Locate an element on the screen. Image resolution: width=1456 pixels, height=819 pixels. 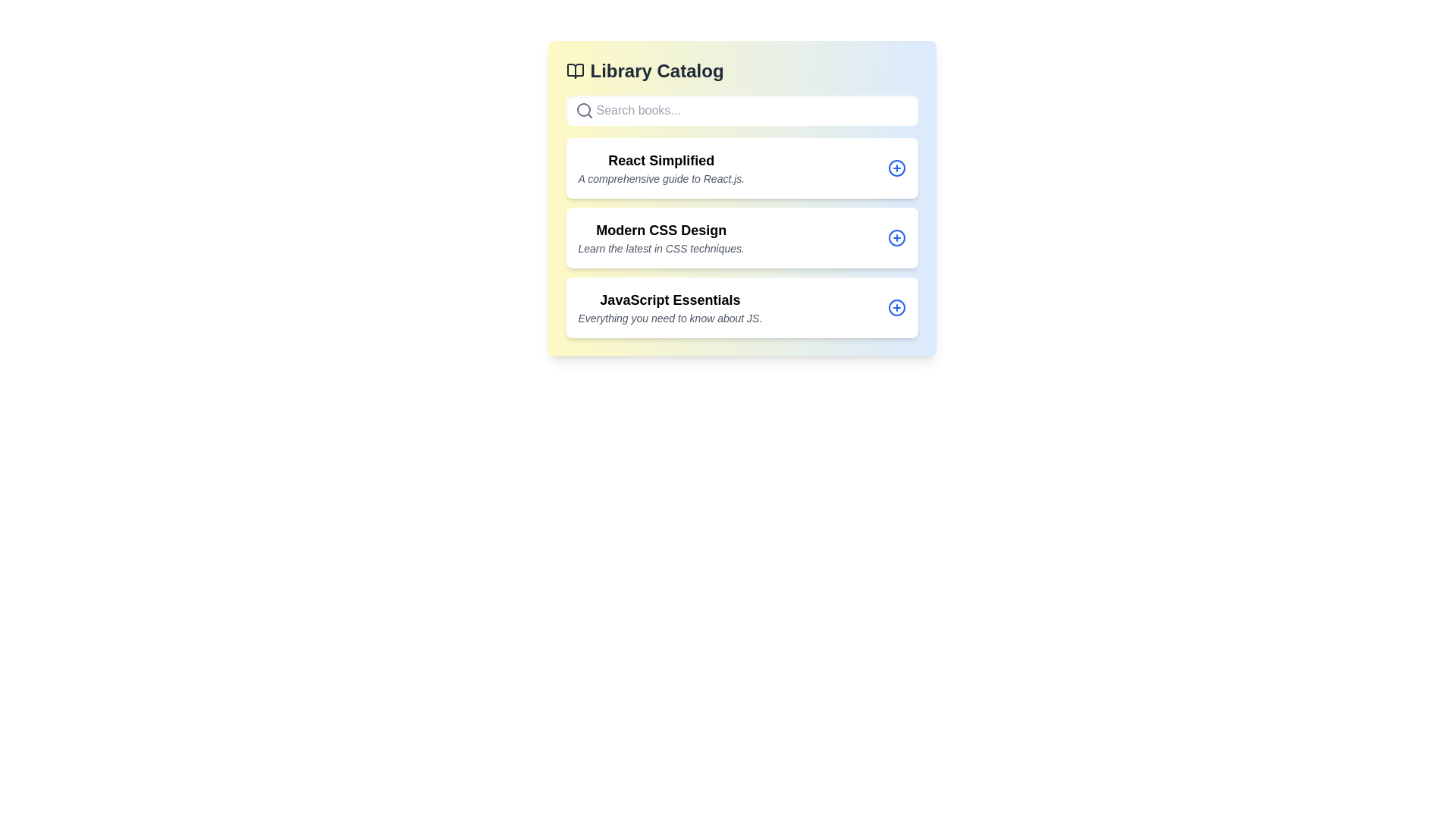
the book entry corresponding to the title React Simplified to view its details is located at coordinates (742, 168).